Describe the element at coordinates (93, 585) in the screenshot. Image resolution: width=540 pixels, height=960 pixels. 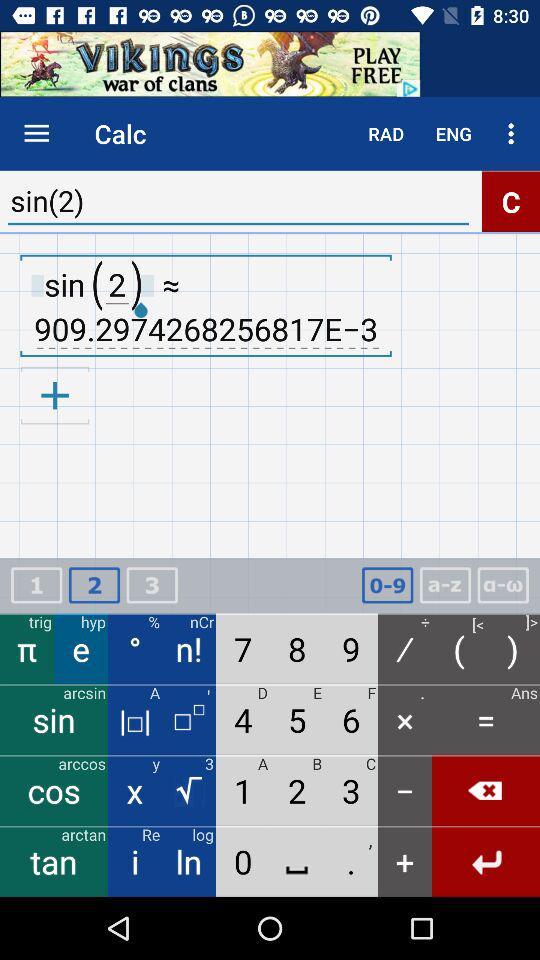
I see `calculater` at that location.